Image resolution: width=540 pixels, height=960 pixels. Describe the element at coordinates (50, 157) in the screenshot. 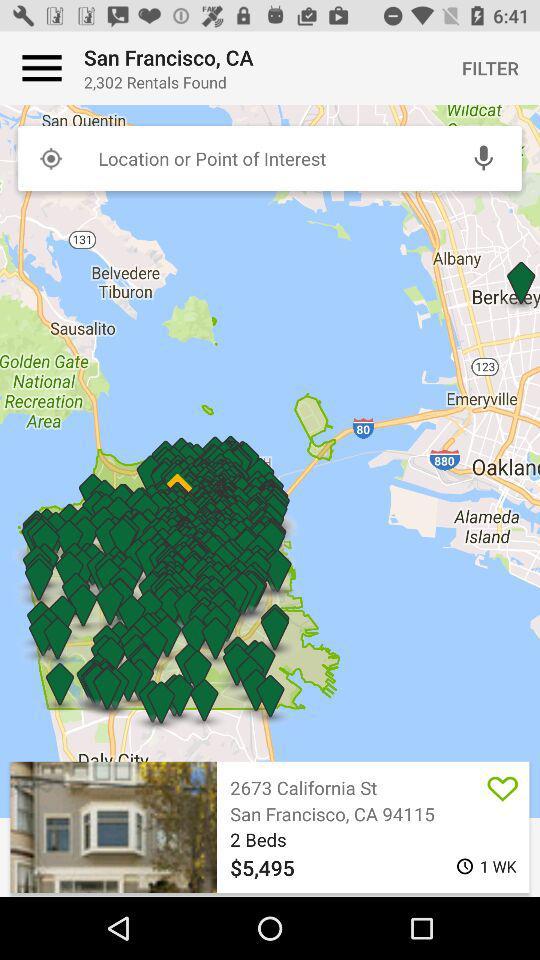

I see `the location_crosshair icon` at that location.